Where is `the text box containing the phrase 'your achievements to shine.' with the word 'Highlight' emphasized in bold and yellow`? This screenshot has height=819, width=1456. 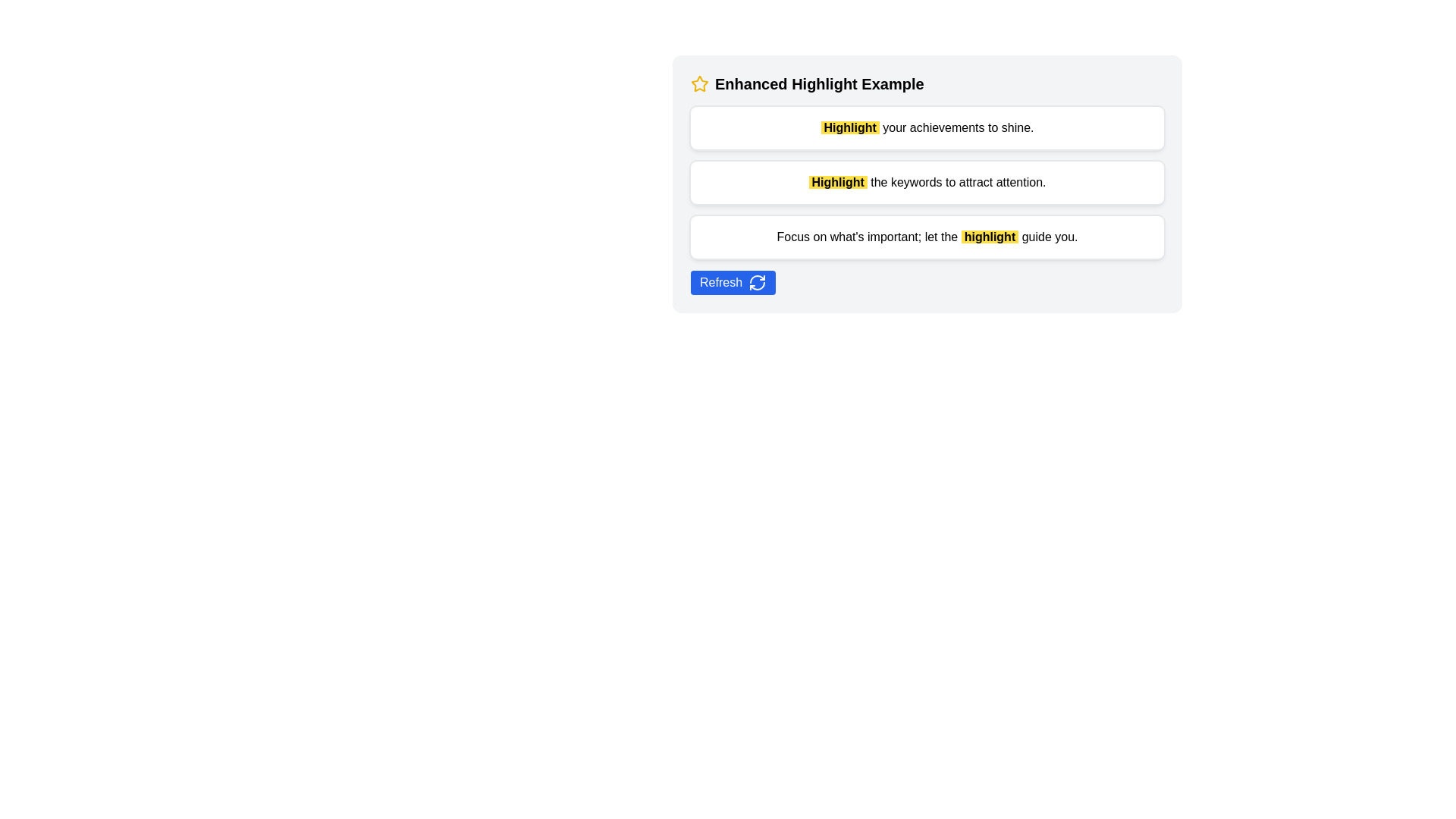 the text box containing the phrase 'your achievements to shine.' with the word 'Highlight' emphasized in bold and yellow is located at coordinates (927, 127).